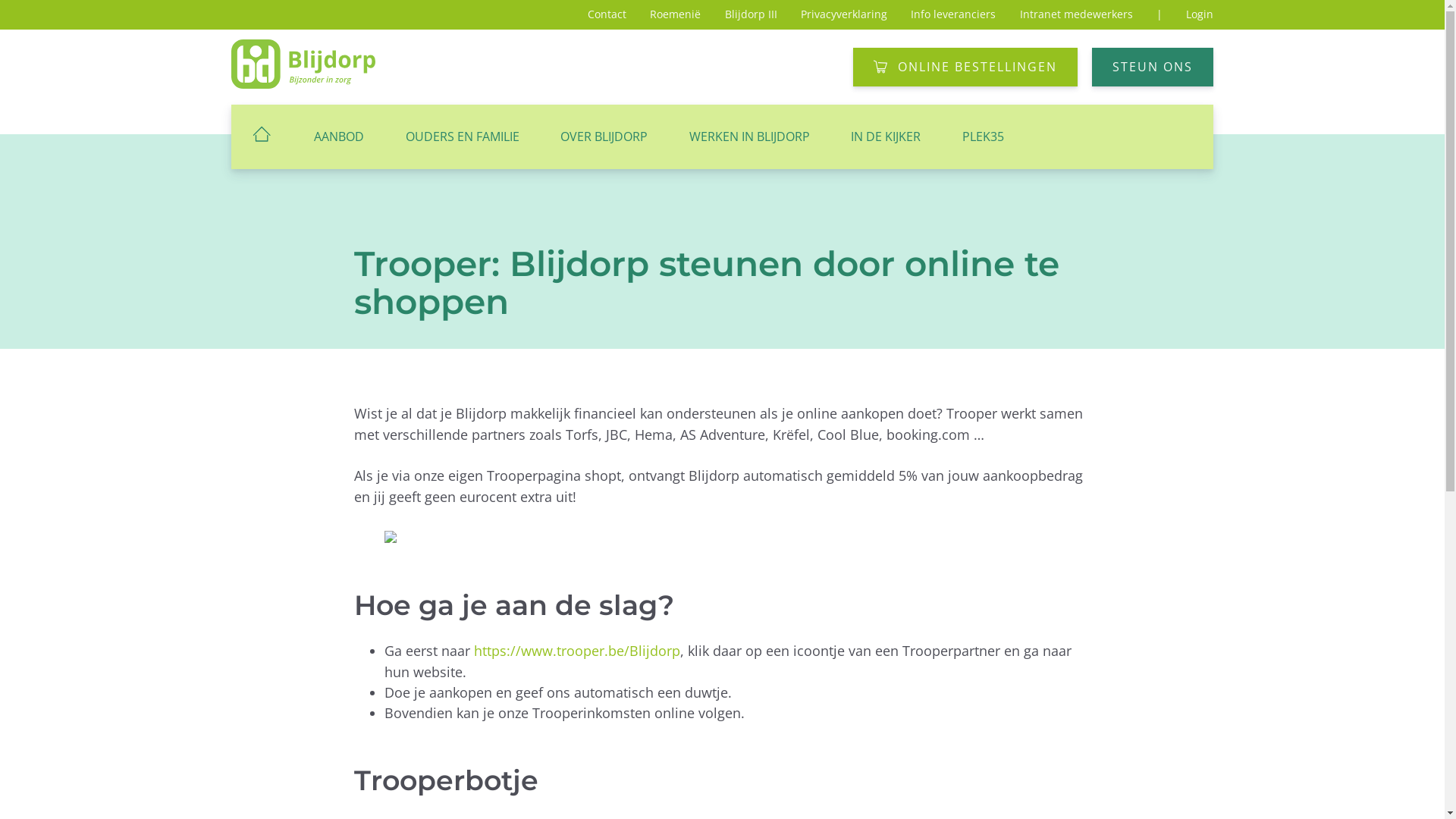  What do you see at coordinates (1075, 14) in the screenshot?
I see `'Intranet medewerkers'` at bounding box center [1075, 14].